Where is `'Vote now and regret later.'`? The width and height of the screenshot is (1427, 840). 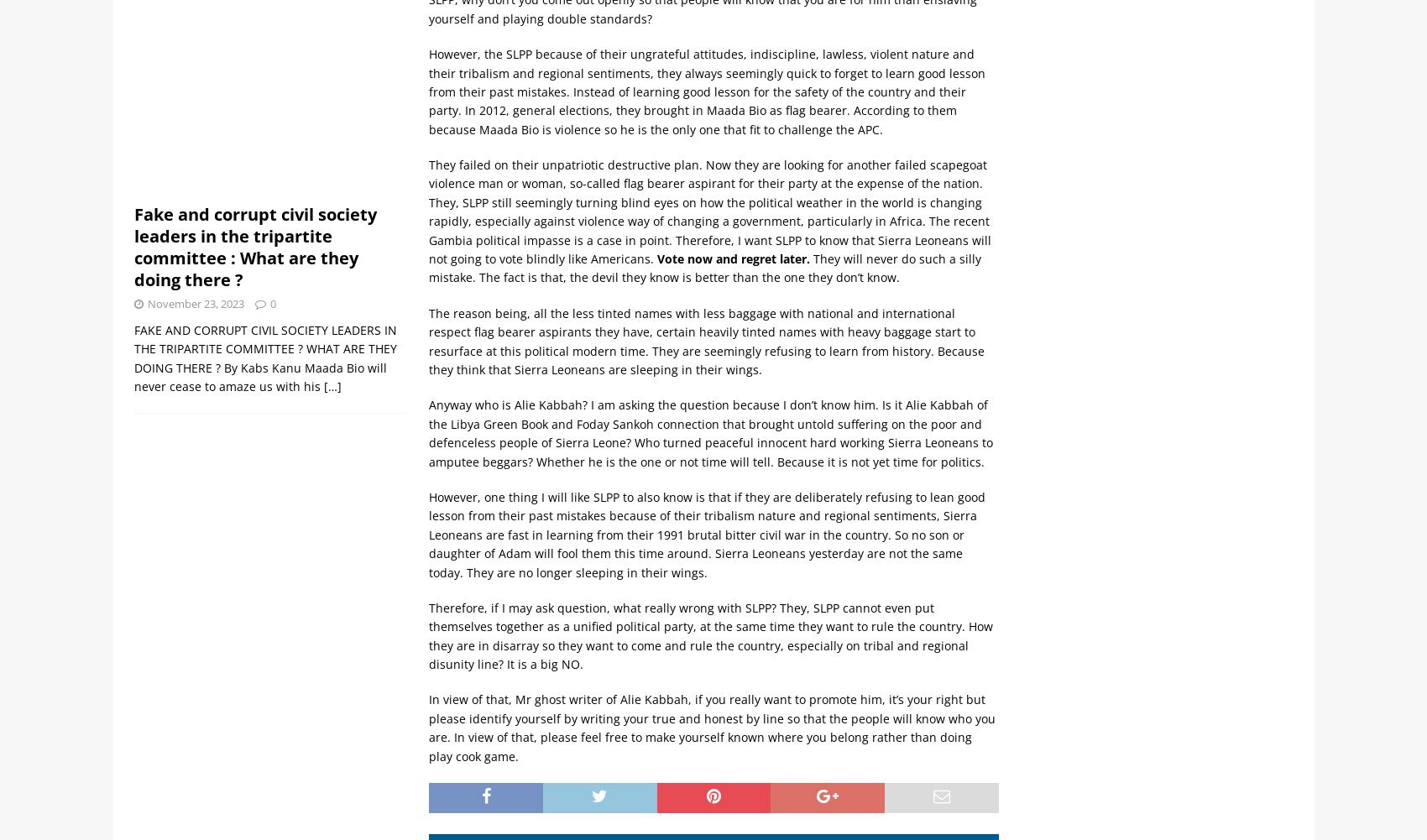 'Vote now and regret later.' is located at coordinates (656, 258).